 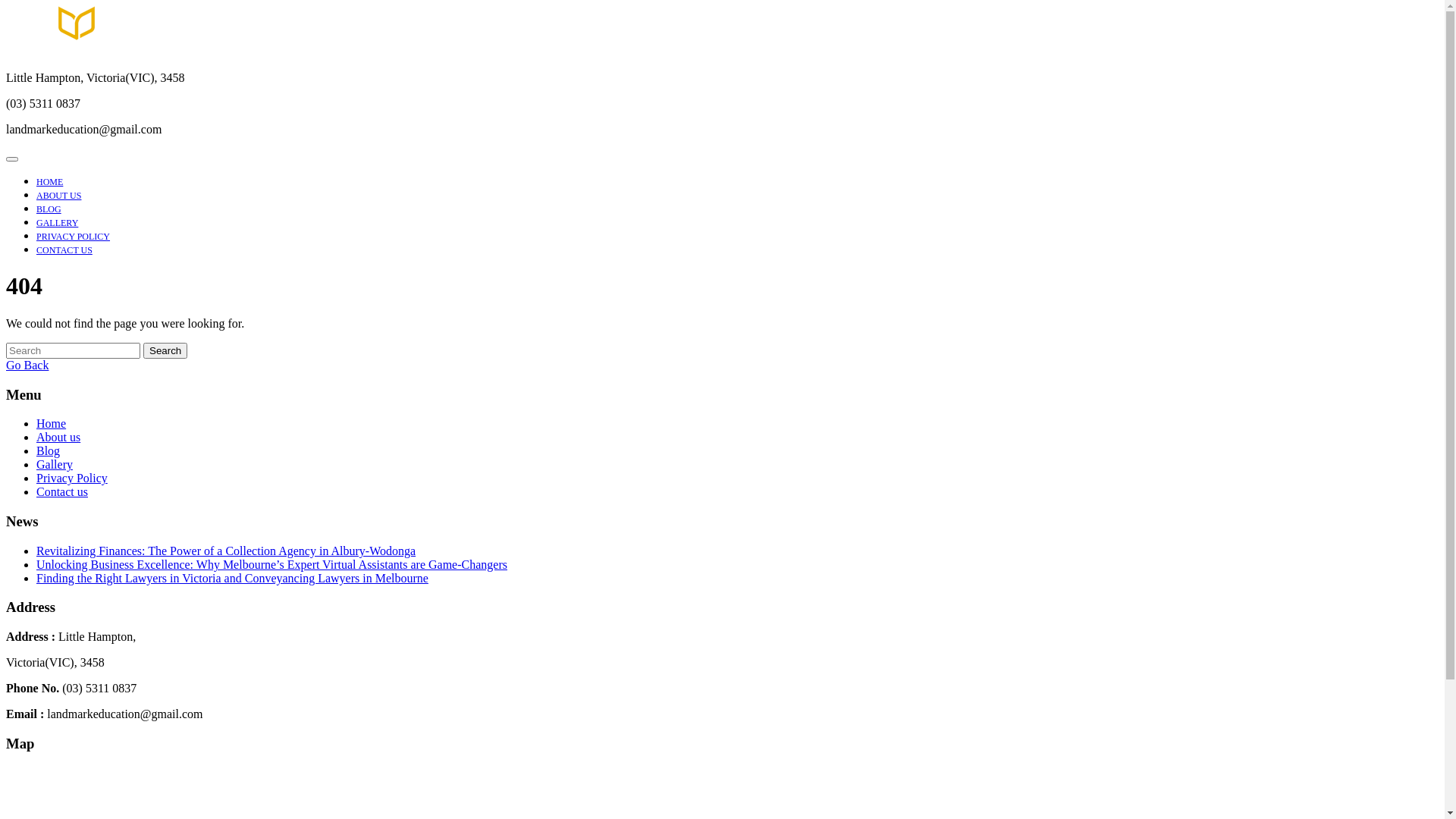 What do you see at coordinates (49, 180) in the screenshot?
I see `'HOME'` at bounding box center [49, 180].